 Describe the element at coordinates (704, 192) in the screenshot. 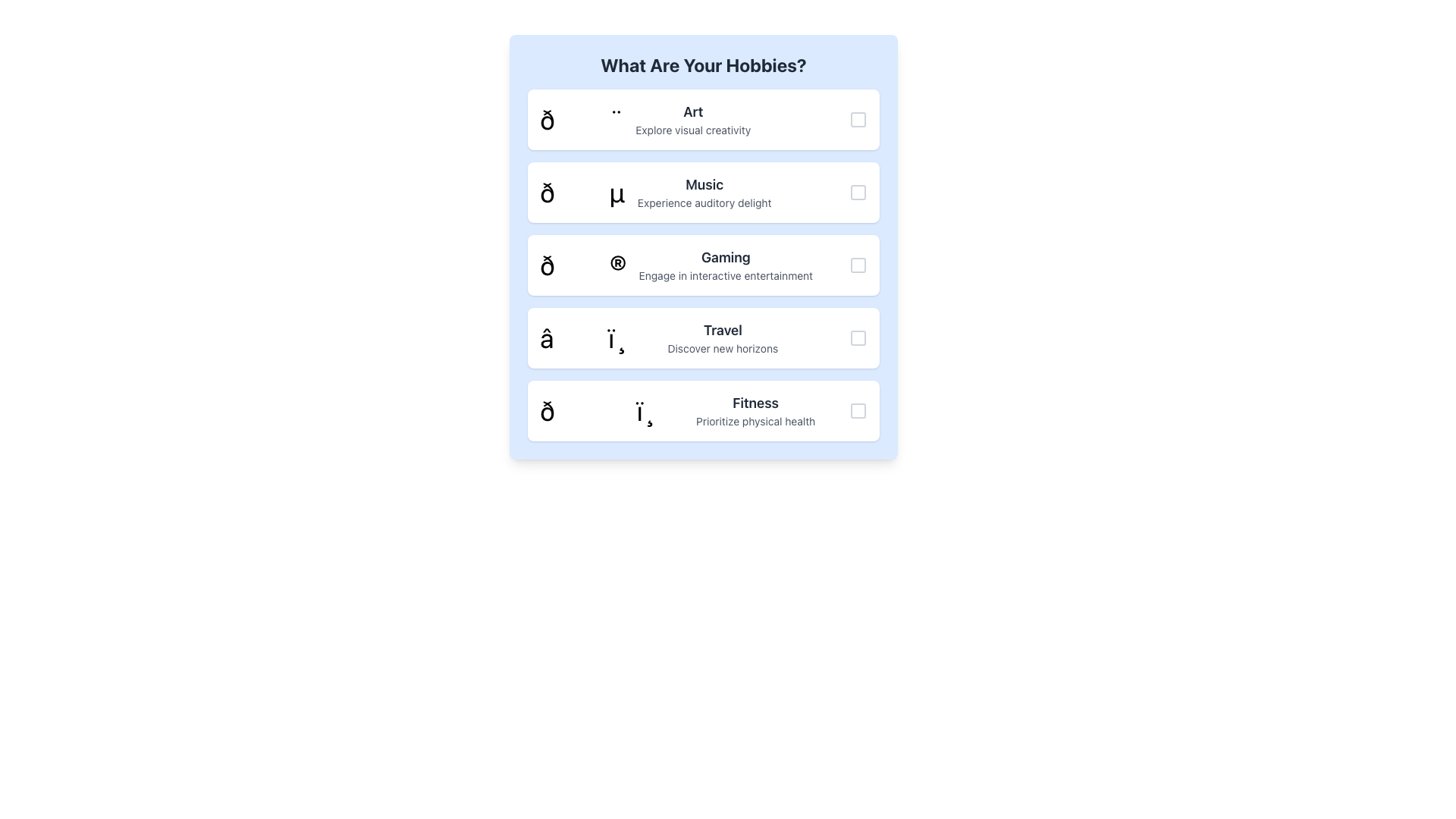

I see `the 'Music' text label that displays 'Experience auditory delight' in the second row of the hobby options list` at that location.